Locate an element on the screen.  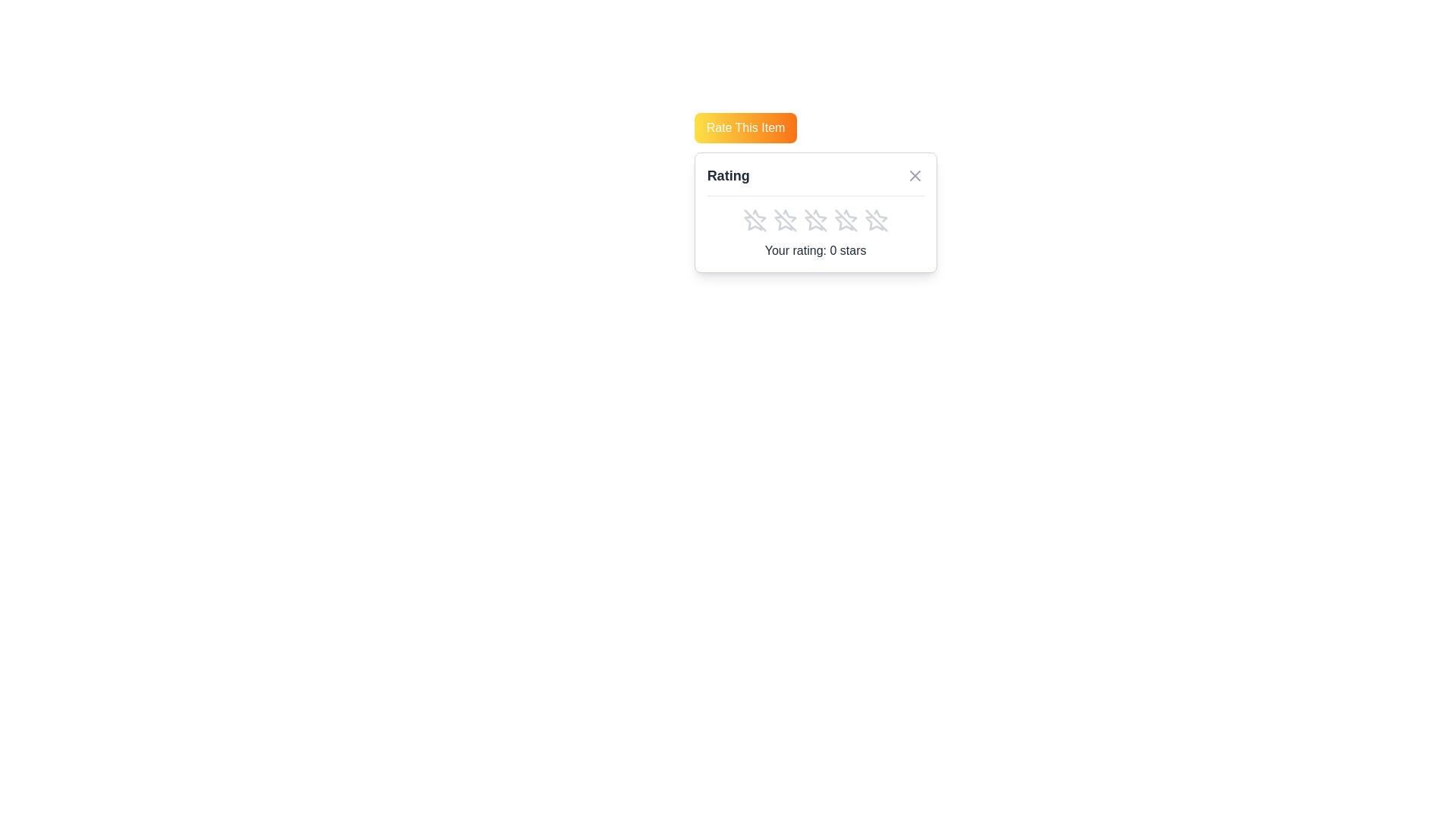
the 'Rating' text label, which is styled with bold and large font and appears at the top-left corner of a popup card is located at coordinates (728, 174).